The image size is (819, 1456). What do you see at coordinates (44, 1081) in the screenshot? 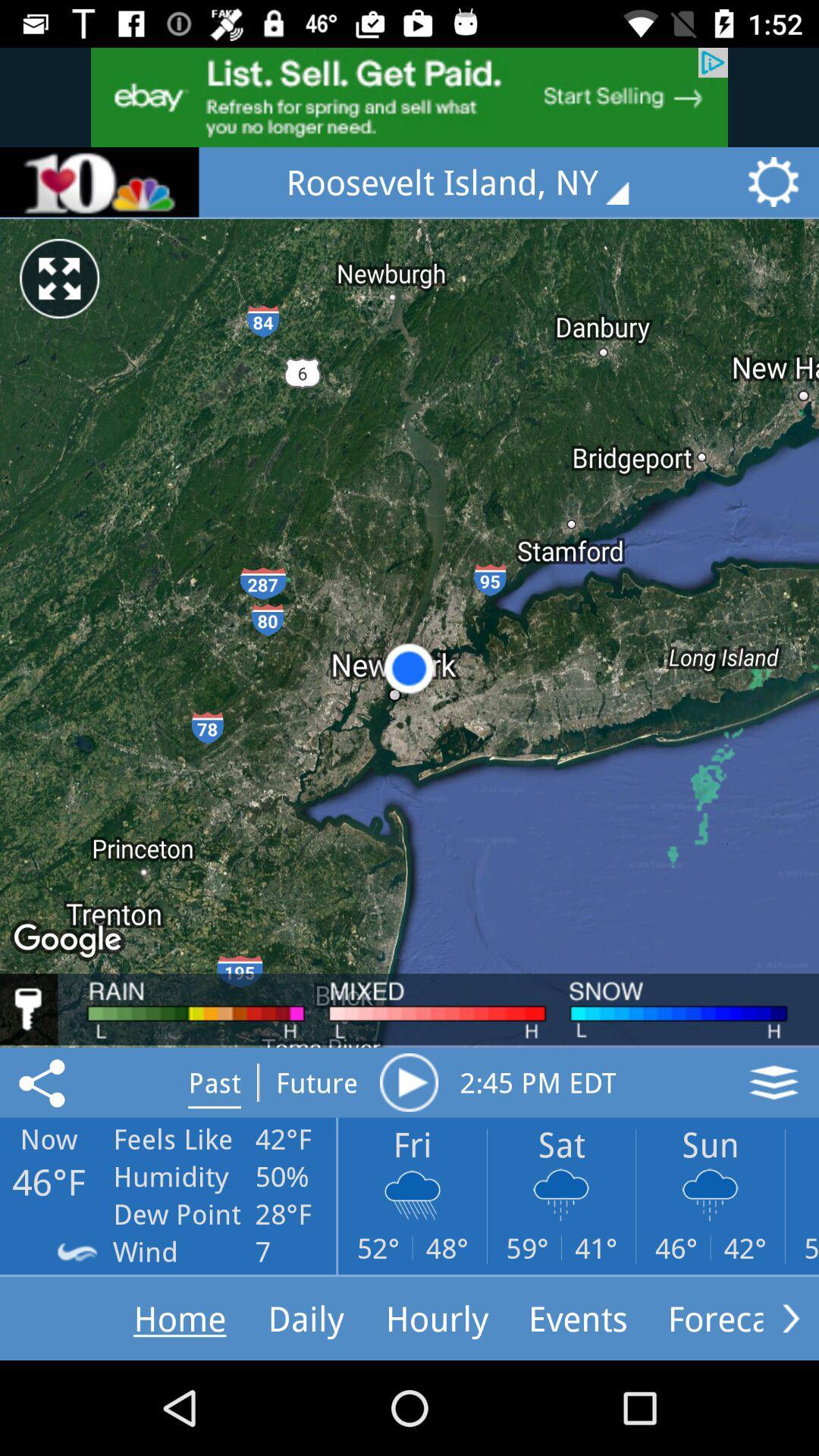
I see `the share icon` at bounding box center [44, 1081].